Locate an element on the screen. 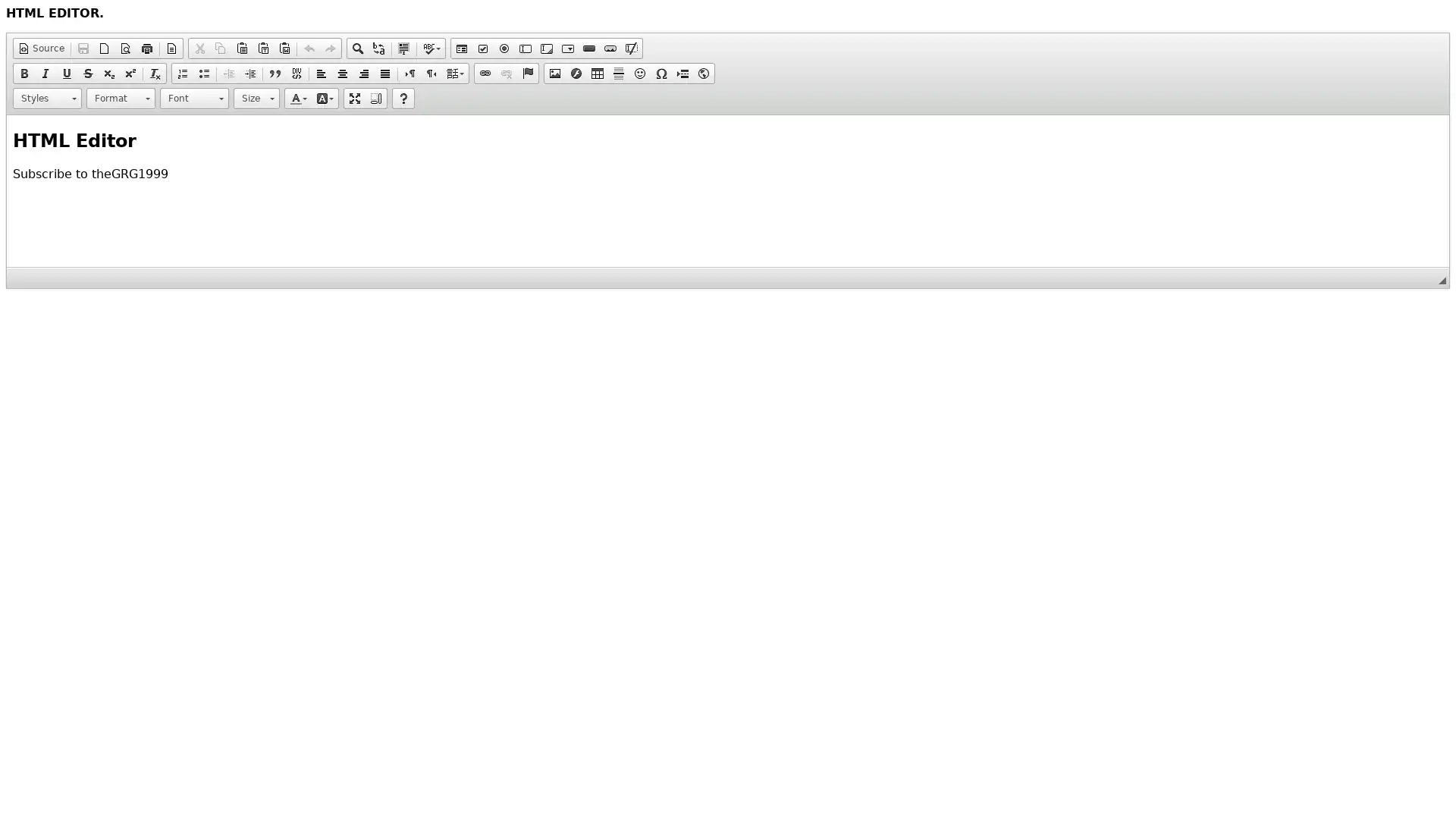  Block Quote is located at coordinates (275, 73).